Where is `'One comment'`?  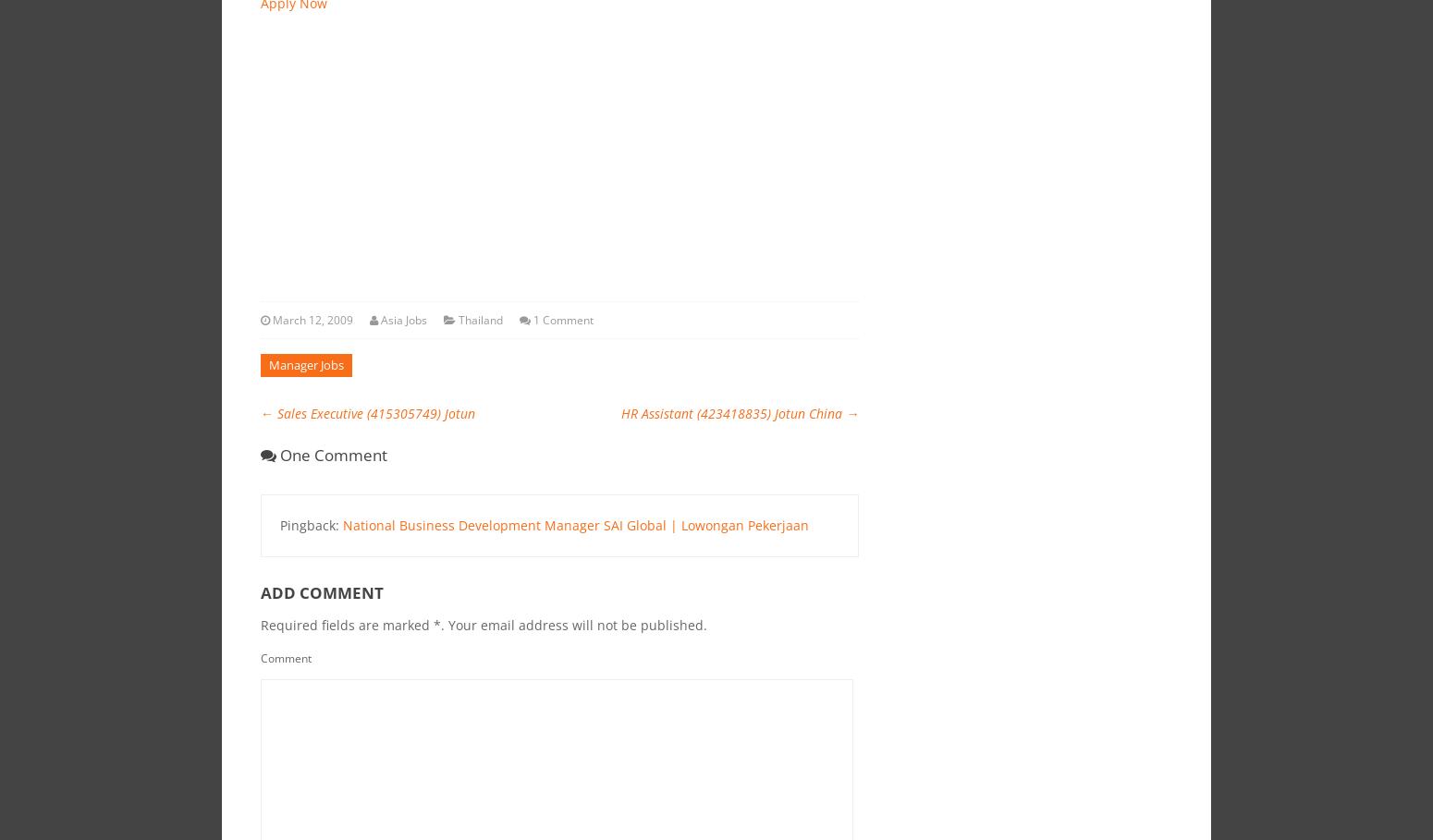 'One comment' is located at coordinates (330, 454).